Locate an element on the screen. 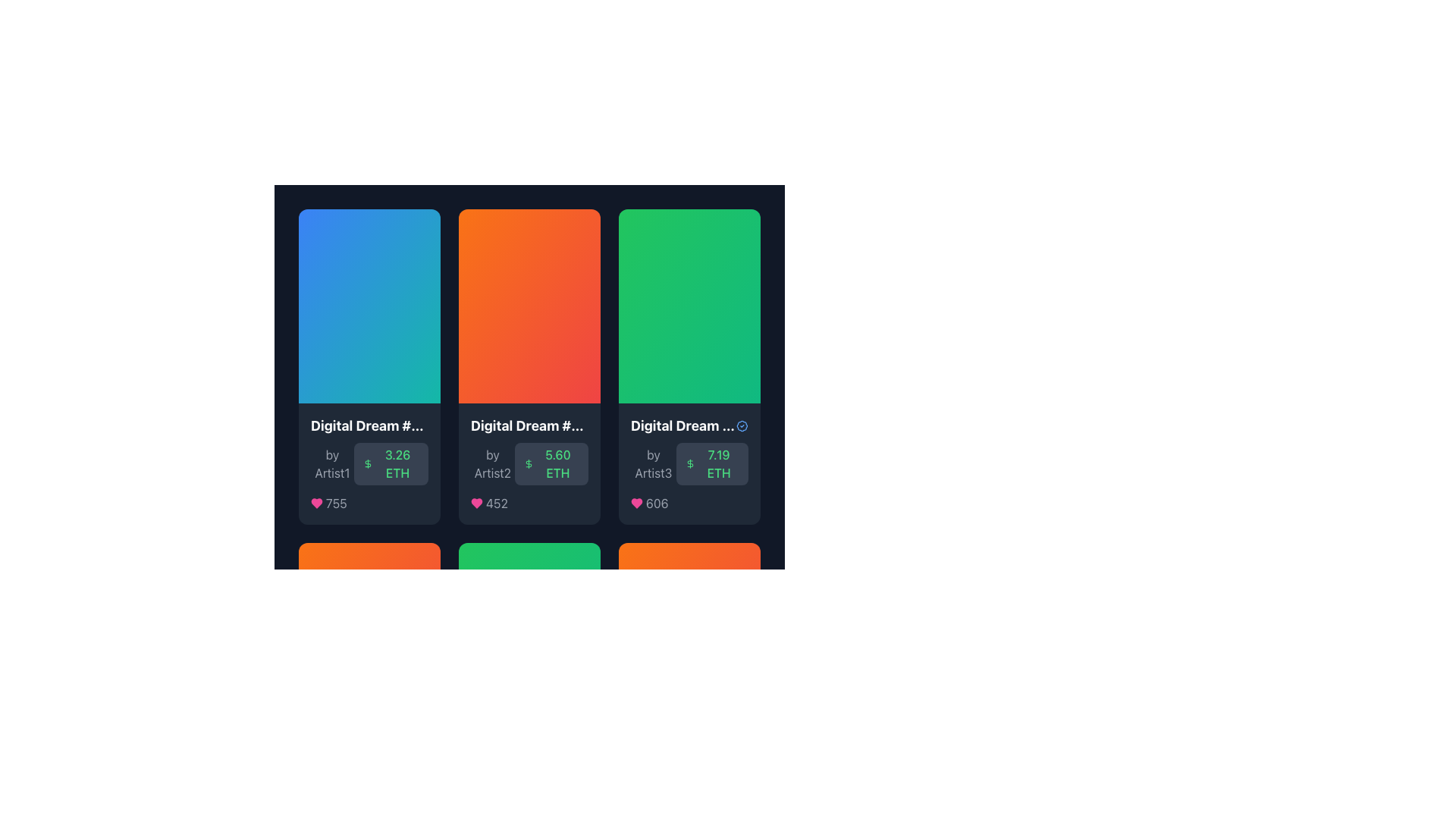  the bottom section of the card that provides information about a specific digital asset, including its title, creator, price in cryptocurrency, and popularity score is located at coordinates (369, 463).